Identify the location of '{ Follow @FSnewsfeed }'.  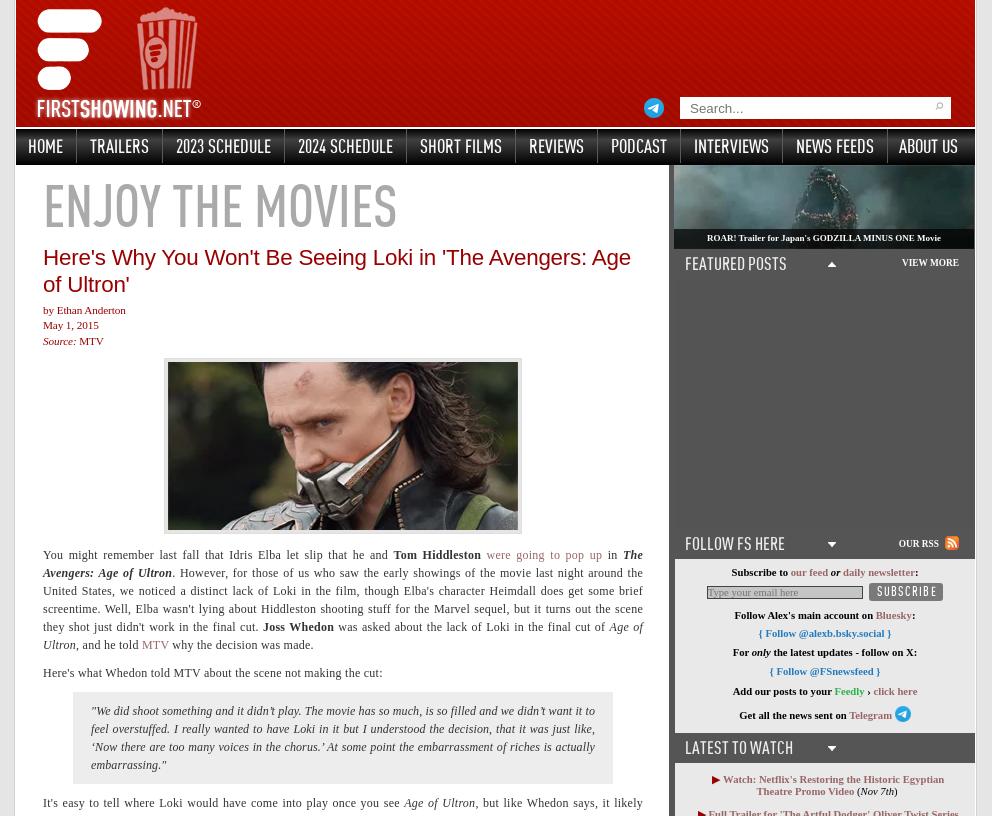
(824, 669).